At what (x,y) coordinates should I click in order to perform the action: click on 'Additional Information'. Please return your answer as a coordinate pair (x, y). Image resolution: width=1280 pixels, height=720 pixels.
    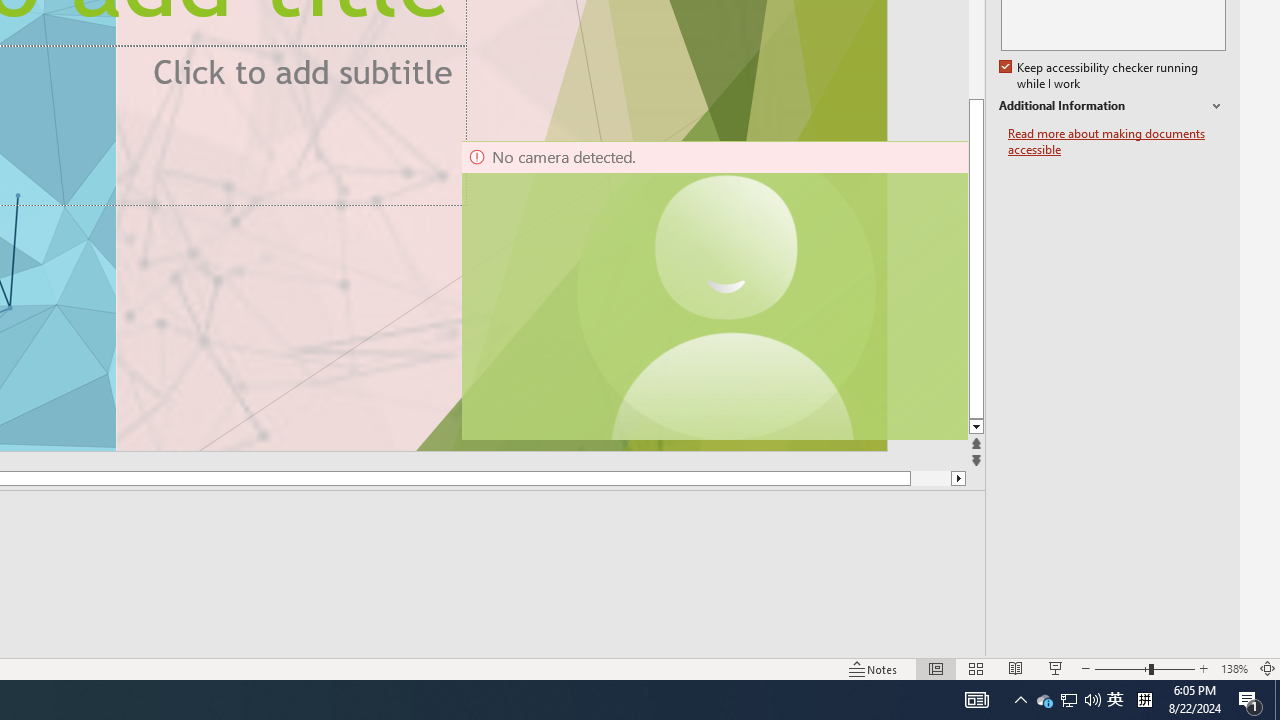
    Looking at the image, I should click on (1111, 106).